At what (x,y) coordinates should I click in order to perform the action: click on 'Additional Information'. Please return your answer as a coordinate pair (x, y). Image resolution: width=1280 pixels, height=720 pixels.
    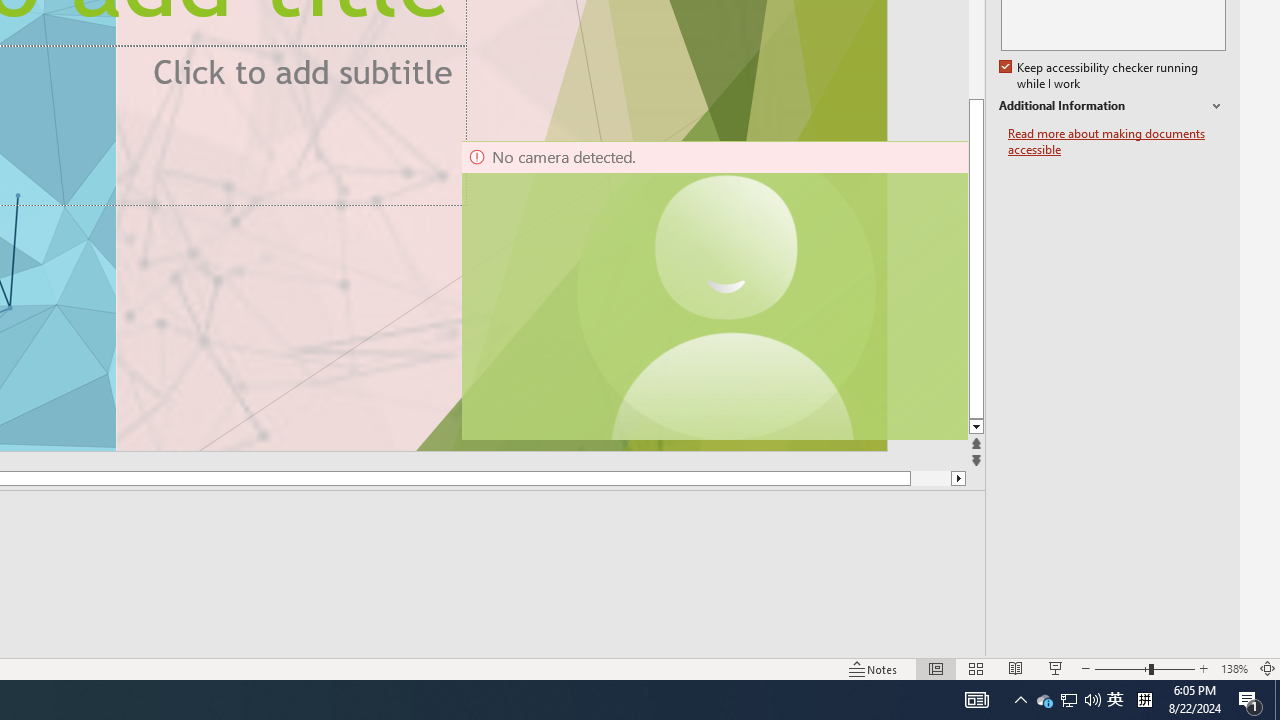
    Looking at the image, I should click on (1111, 106).